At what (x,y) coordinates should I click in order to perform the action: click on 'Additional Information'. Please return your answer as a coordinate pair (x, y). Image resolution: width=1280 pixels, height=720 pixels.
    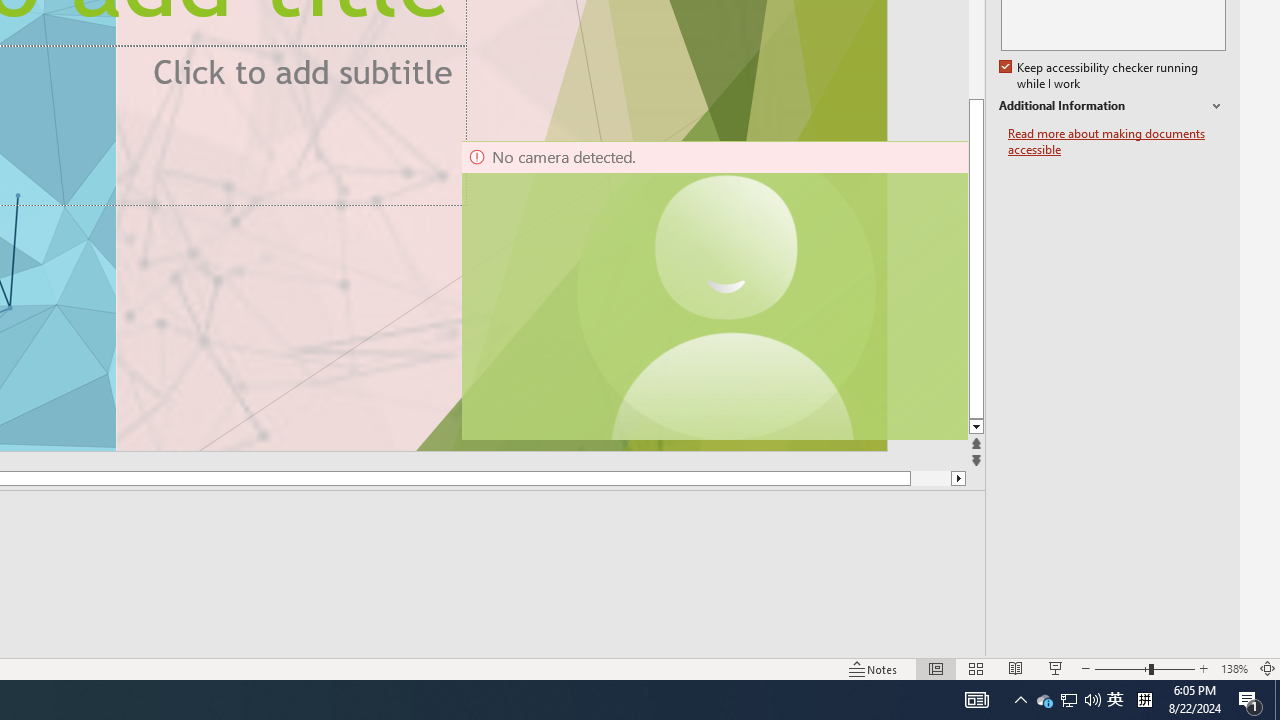
    Looking at the image, I should click on (1111, 106).